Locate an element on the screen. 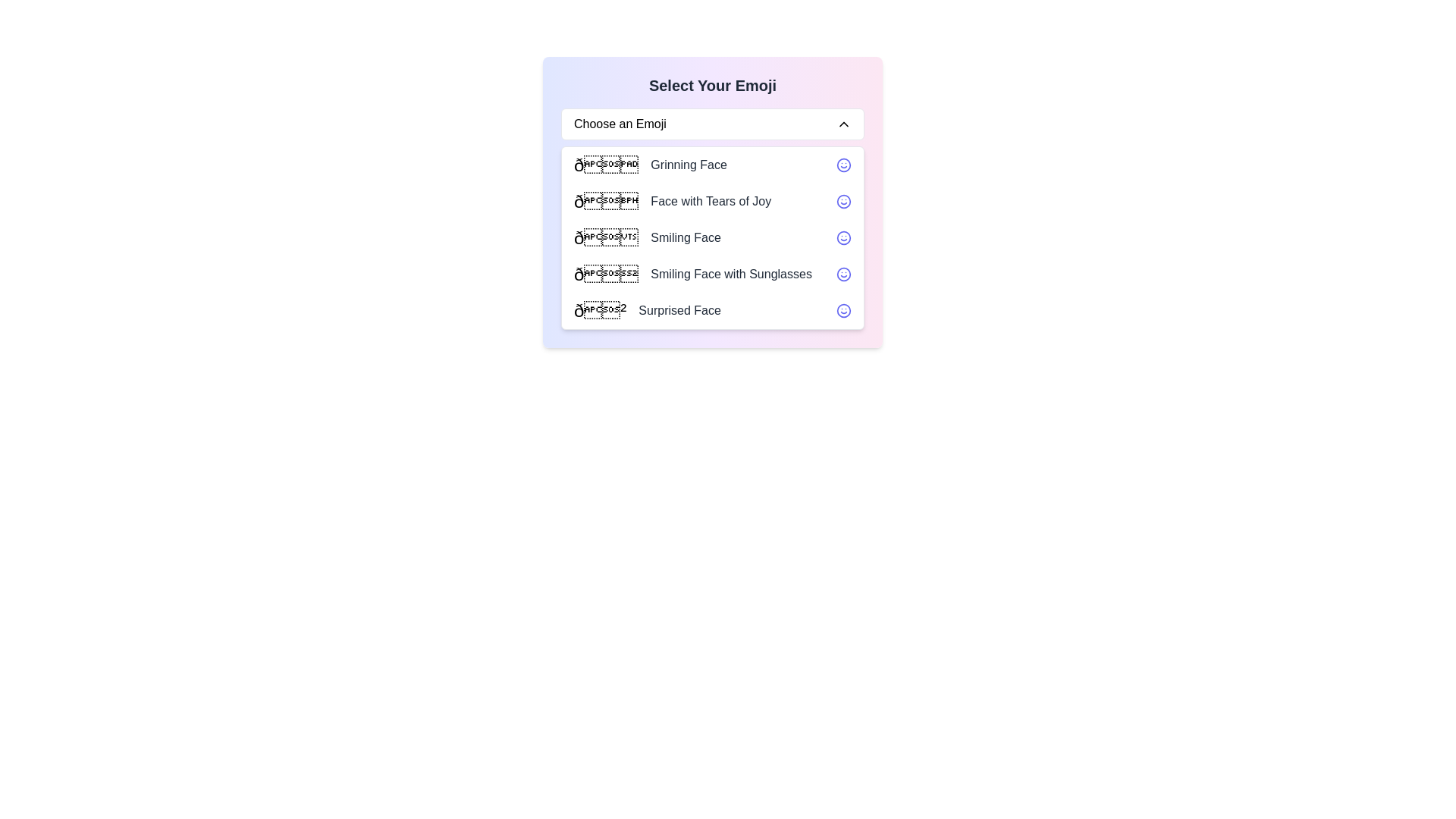  the first item in the emoji selection list representing the 'Grinning Face' emoji is located at coordinates (650, 165).